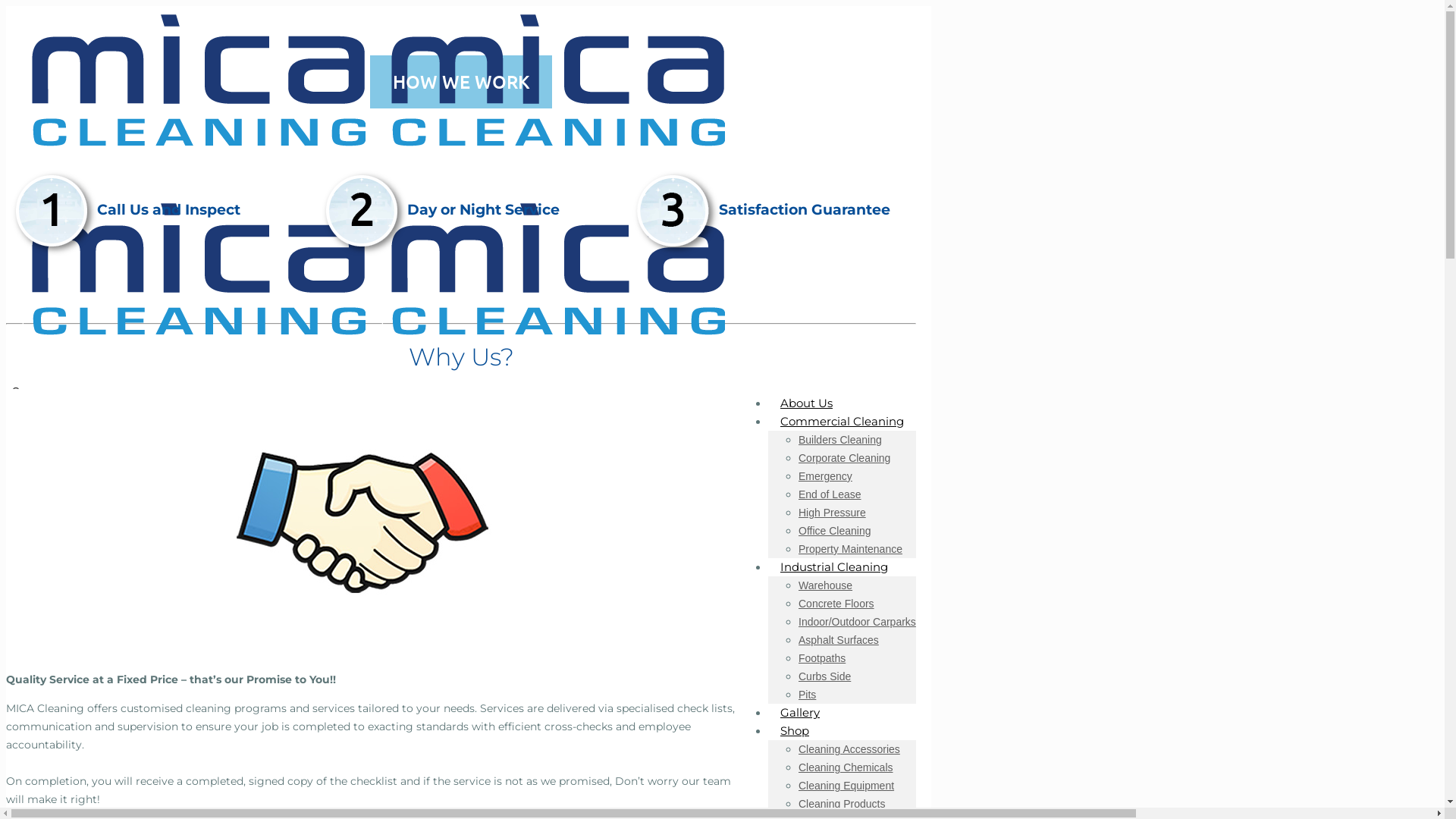 The image size is (1456, 819). I want to click on 'Asphalt Surfaces', so click(837, 640).